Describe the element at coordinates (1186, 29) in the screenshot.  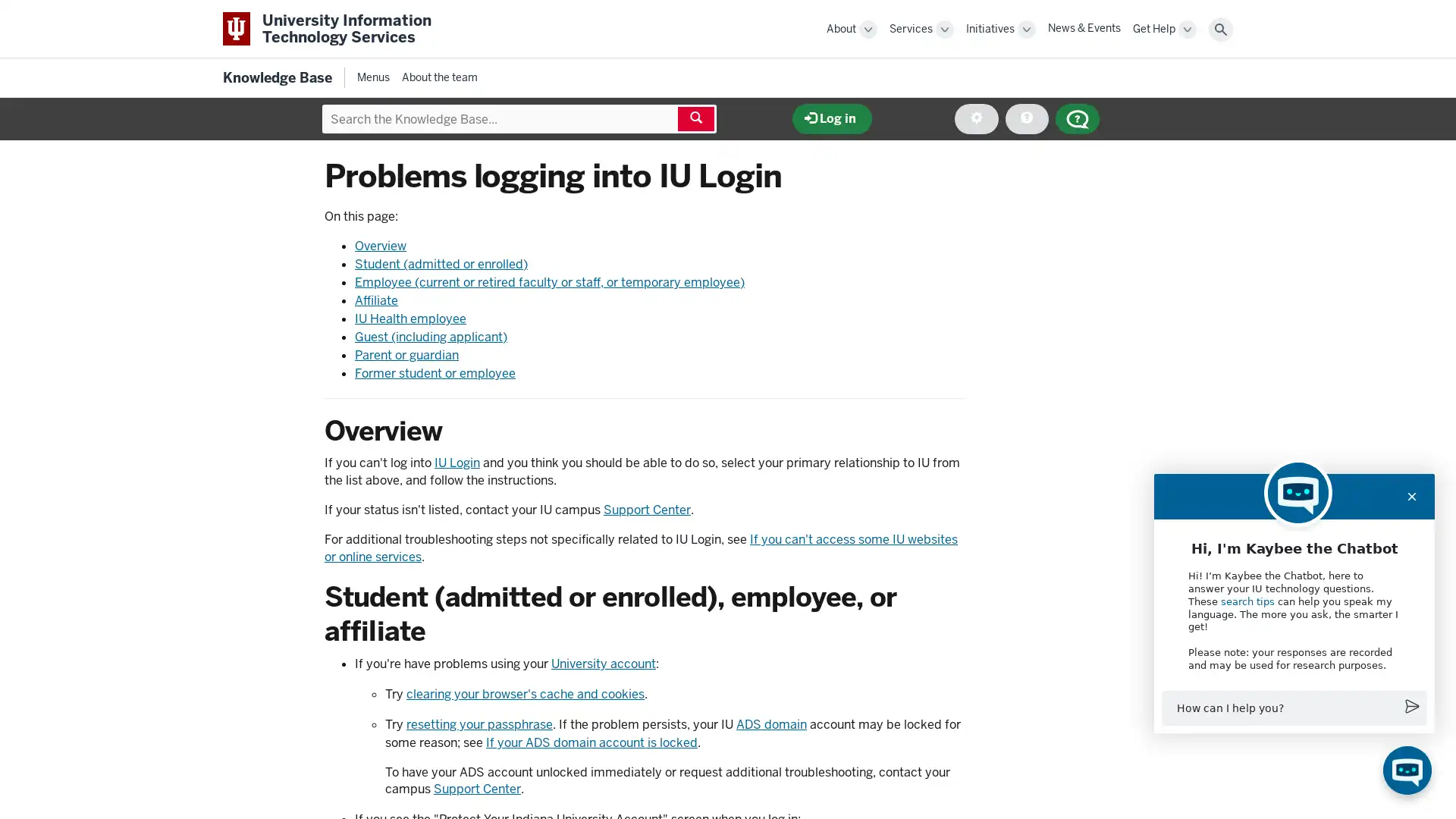
I see `Toggle Get Help navigation` at that location.